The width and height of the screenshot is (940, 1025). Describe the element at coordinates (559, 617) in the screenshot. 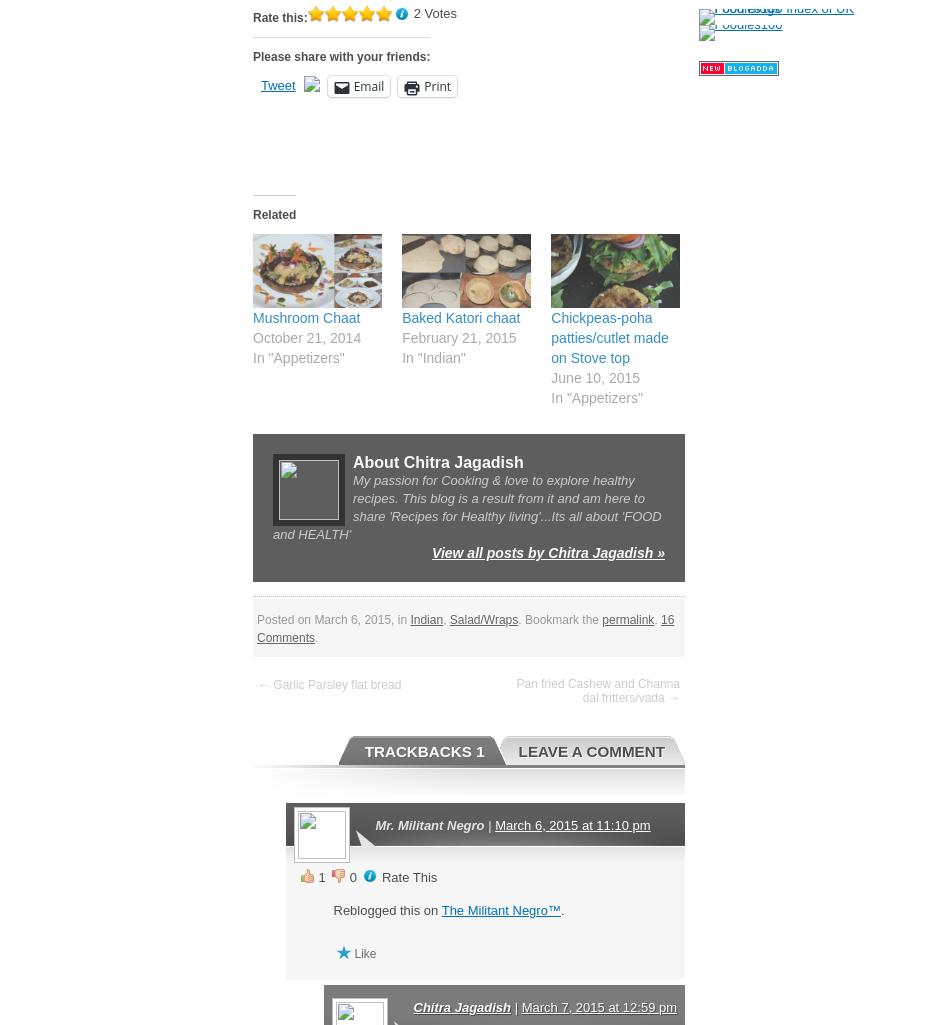

I see `'. Bookmark the'` at that location.